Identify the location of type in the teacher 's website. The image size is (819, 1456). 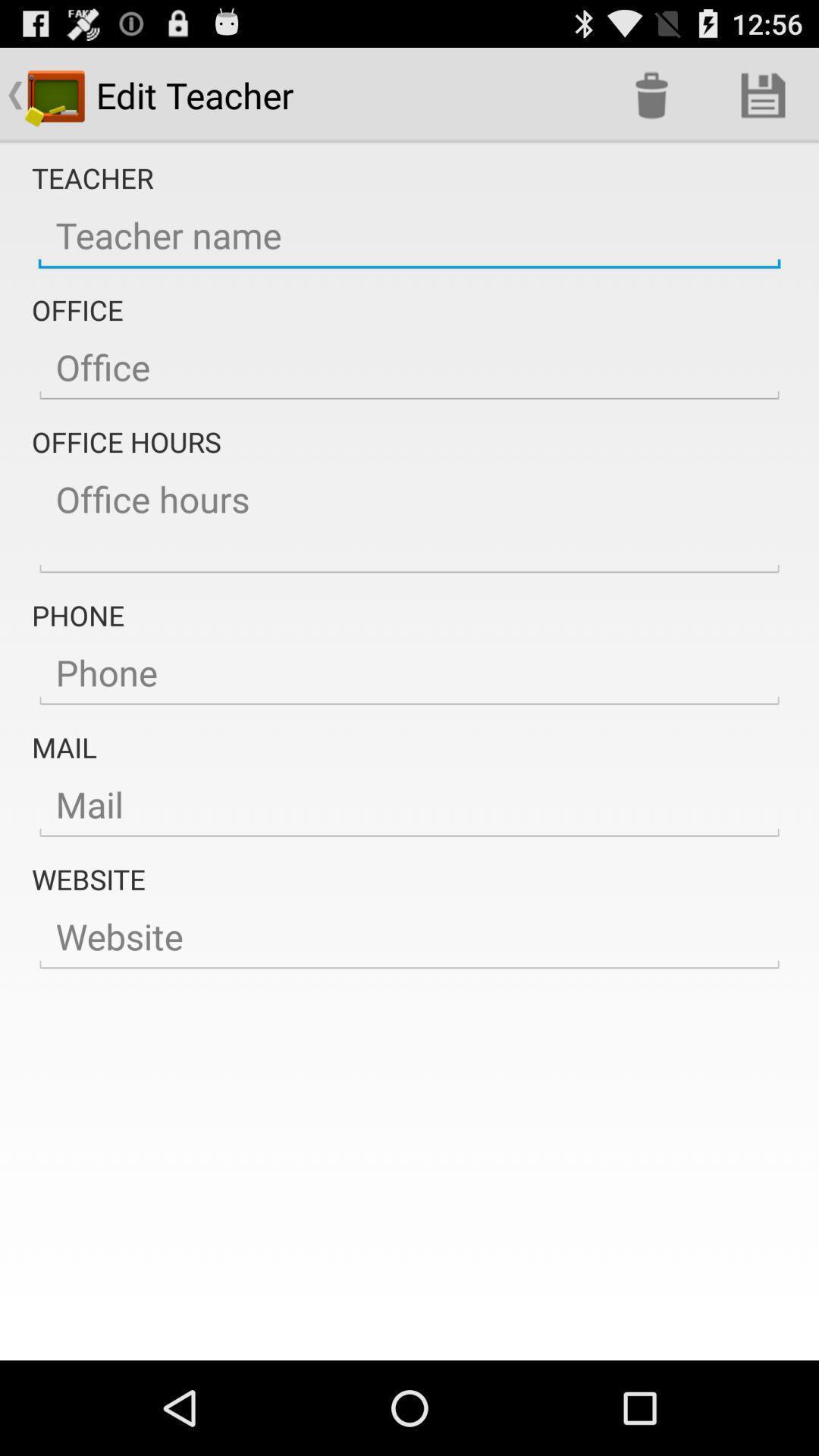
(409, 937).